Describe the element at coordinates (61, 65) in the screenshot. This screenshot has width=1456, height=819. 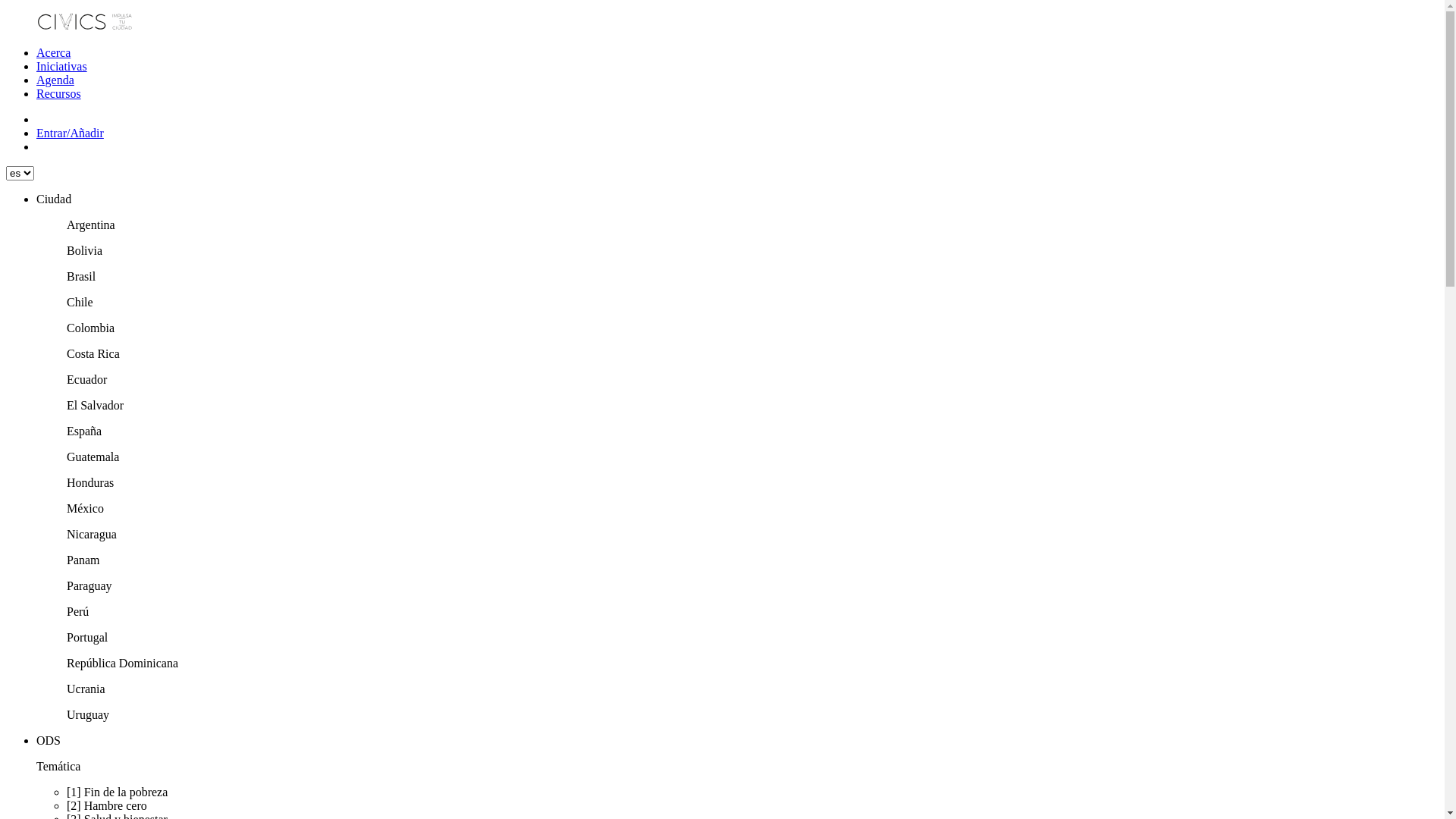
I see `'Iniciativas'` at that location.